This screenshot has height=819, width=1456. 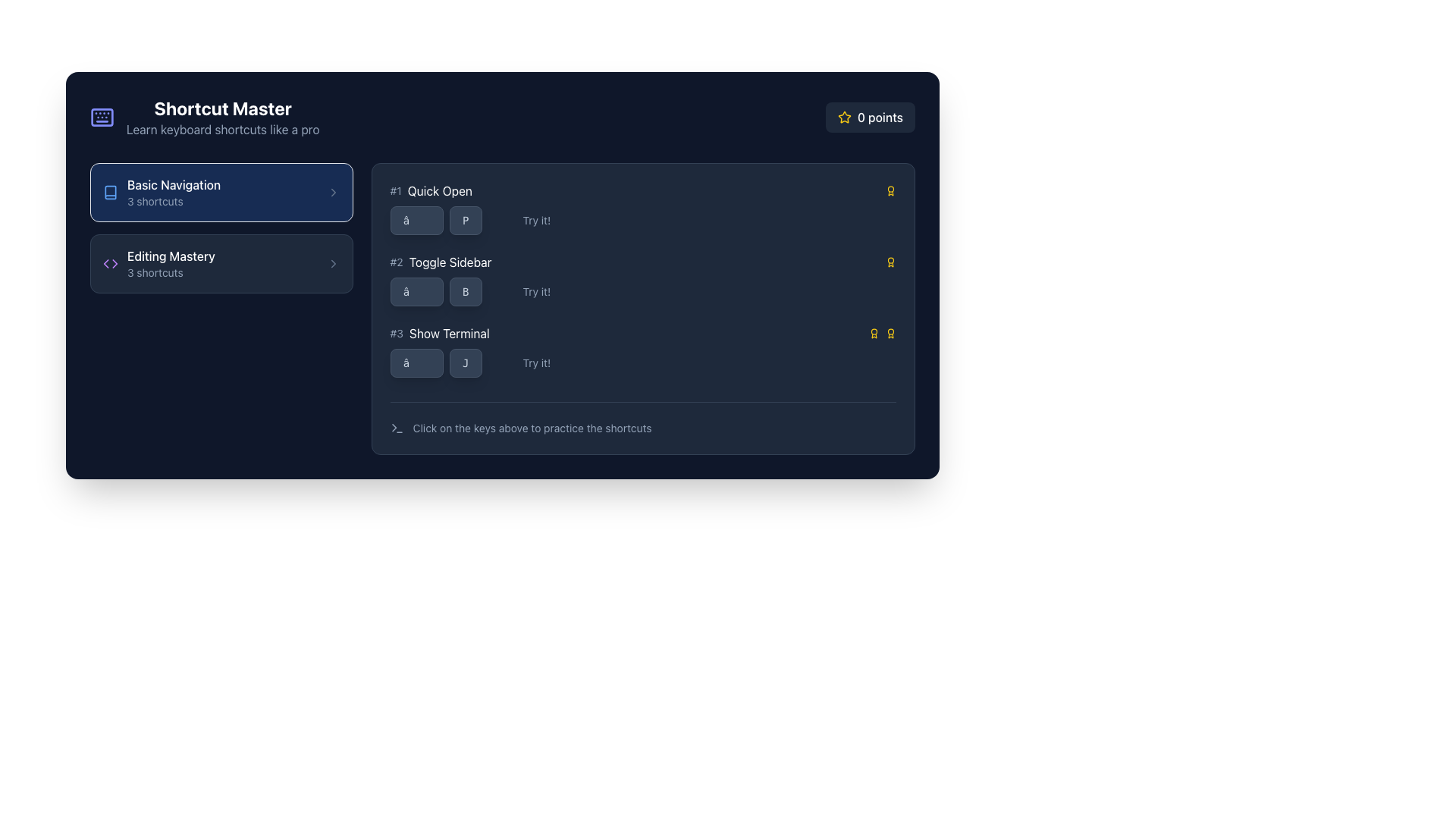 What do you see at coordinates (174, 201) in the screenshot?
I see `the static informational text displaying '3 shortcuts', which is styled in a smaller font size and light gray color against a dark blue background, located directly beneath 'Basic Navigation'` at bounding box center [174, 201].